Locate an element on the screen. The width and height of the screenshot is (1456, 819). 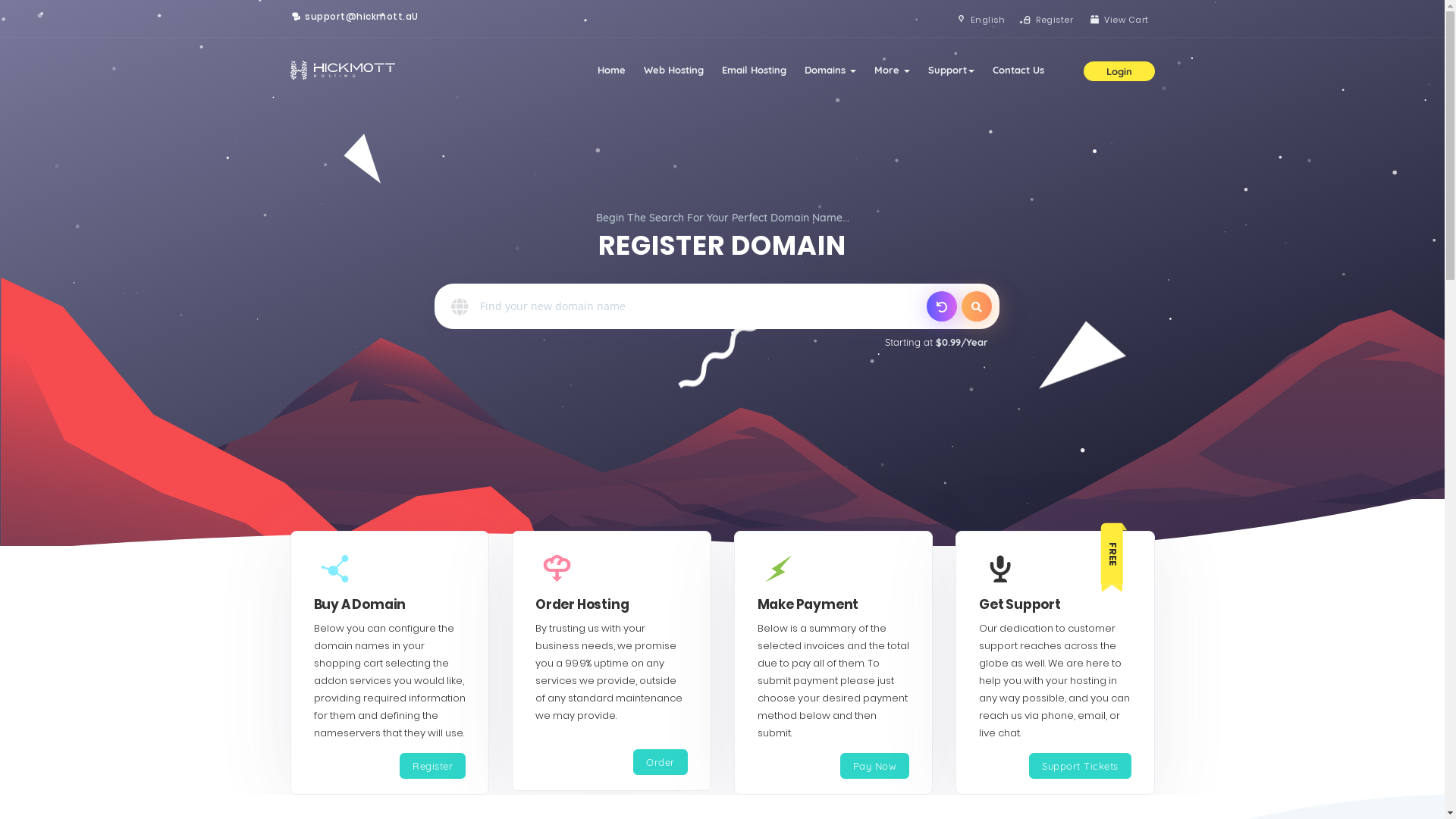
'Search' is located at coordinates (976, 306).